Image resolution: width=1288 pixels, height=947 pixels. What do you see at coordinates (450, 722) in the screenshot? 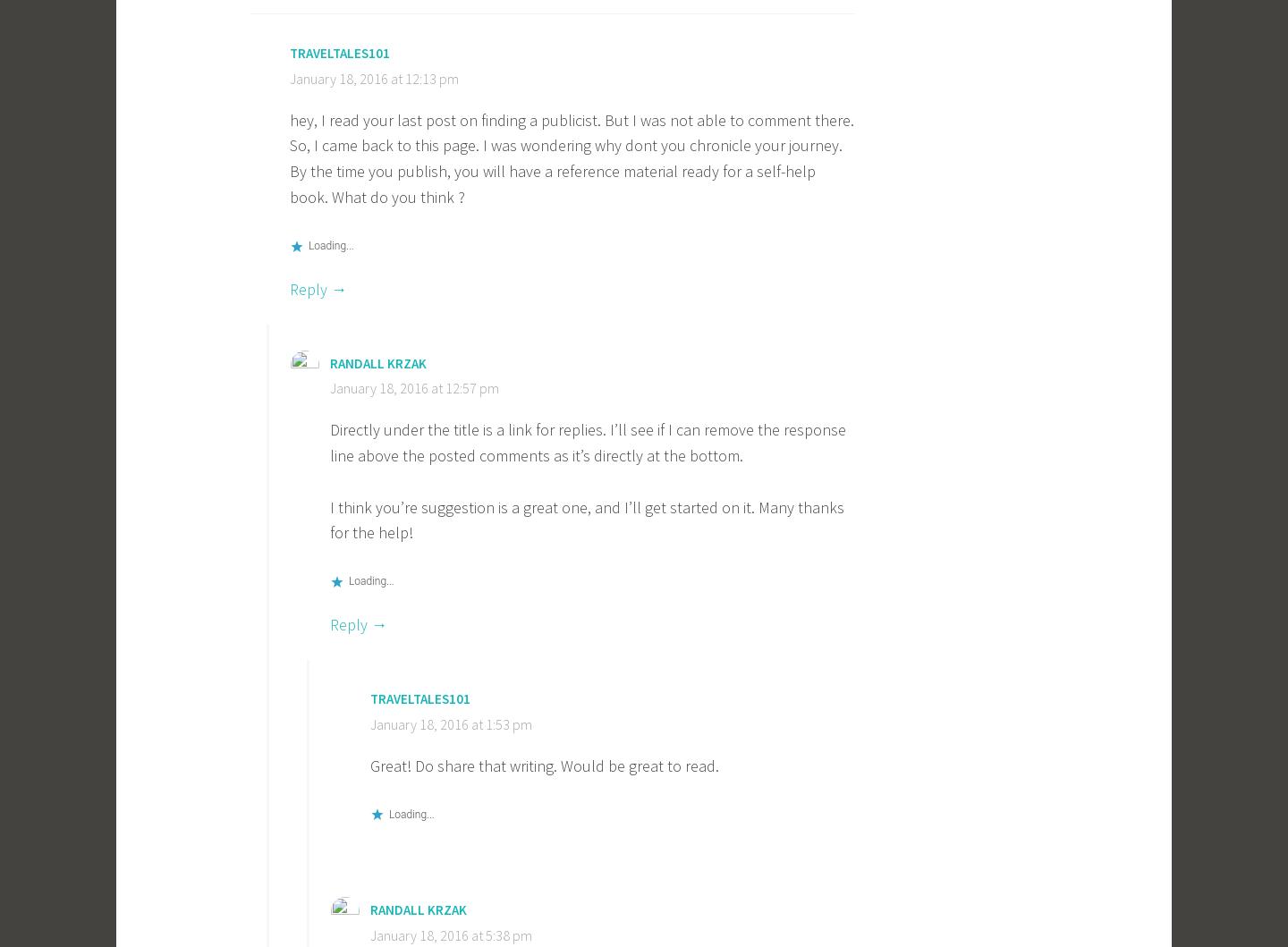
I see `'January 18, 2016 at 1:53 pm'` at bounding box center [450, 722].